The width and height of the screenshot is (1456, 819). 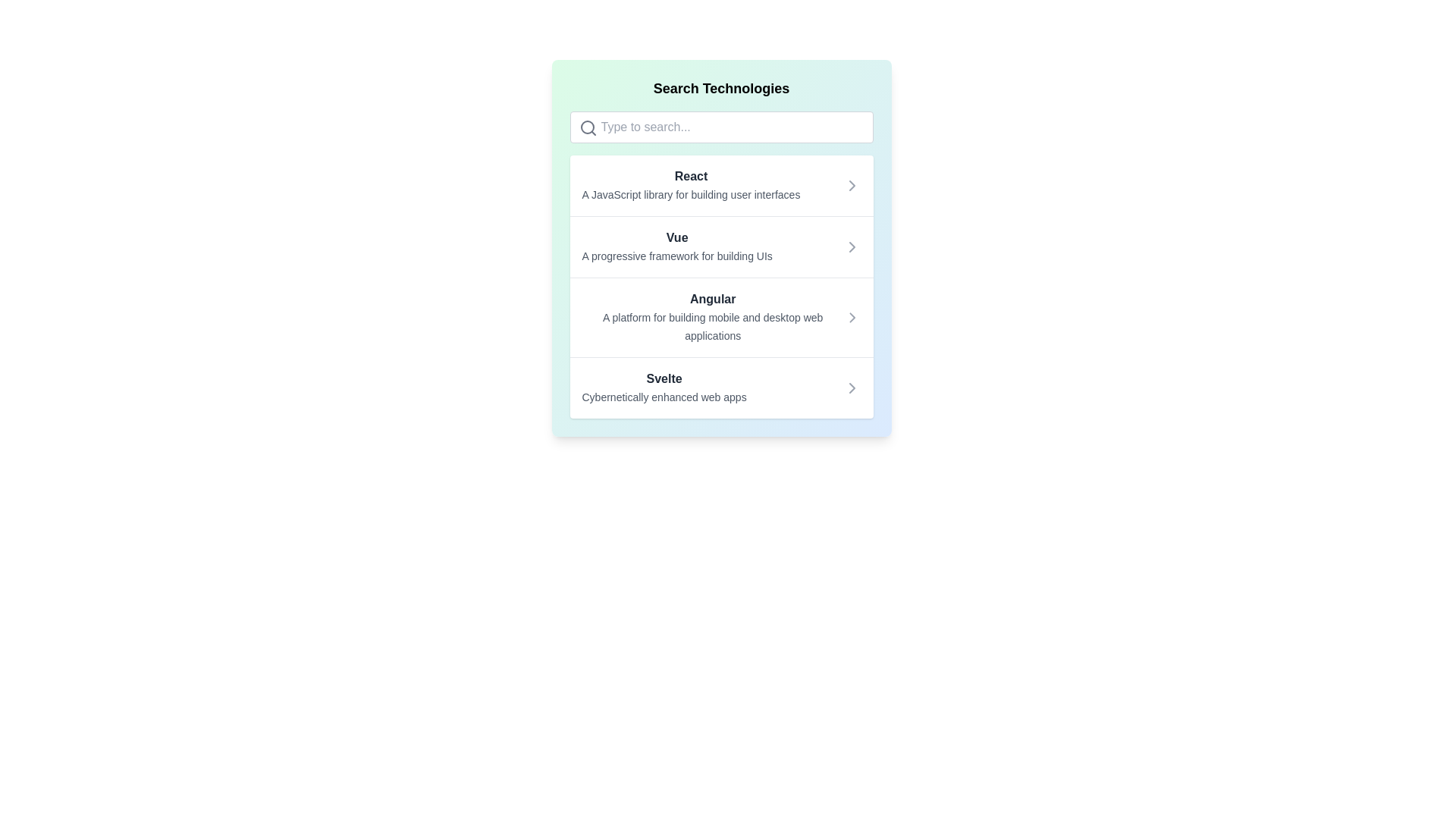 I want to click on the second list item representing Vue technology, so click(x=676, y=246).